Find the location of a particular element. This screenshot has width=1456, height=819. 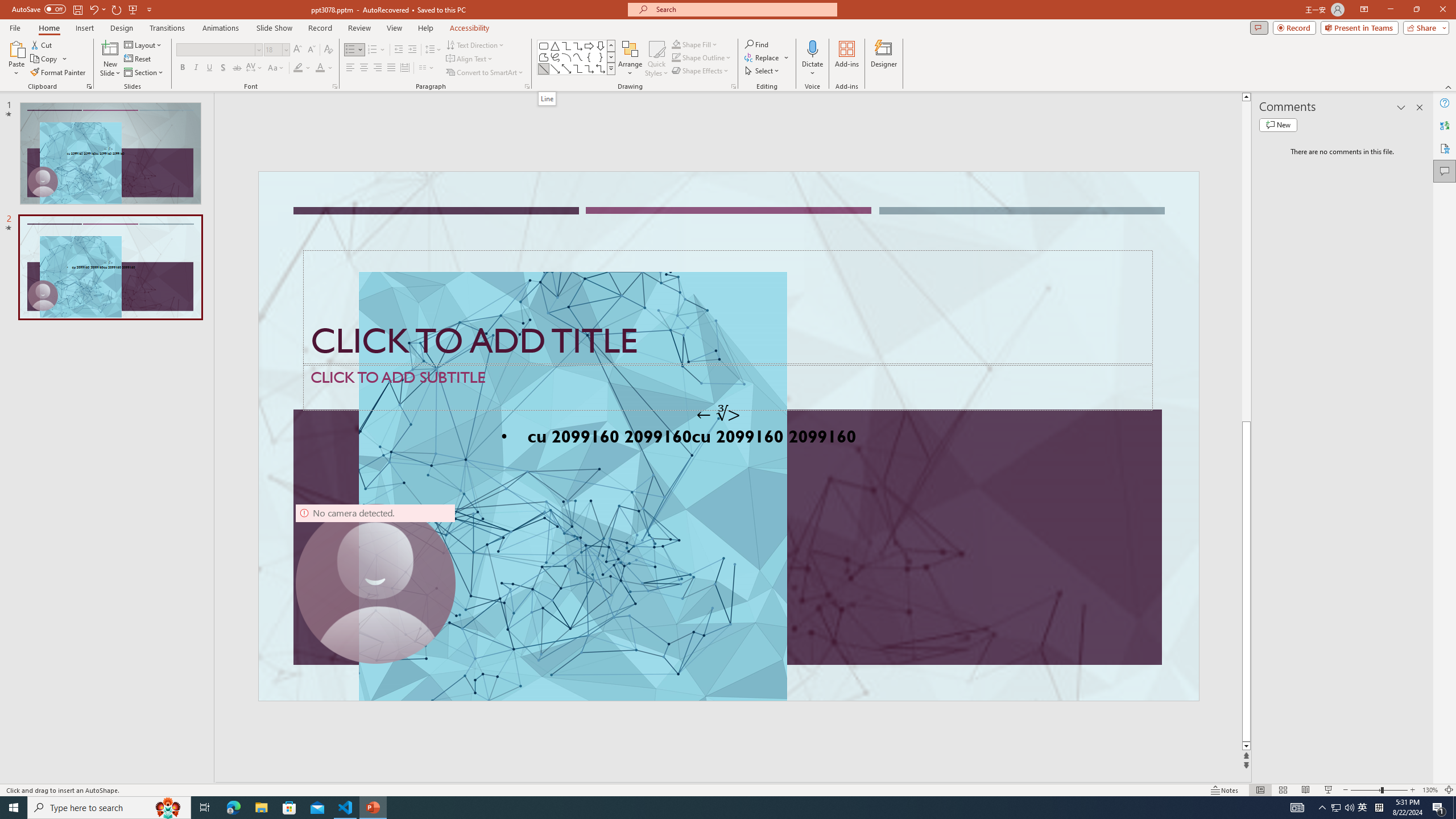

'Align Text' is located at coordinates (470, 59).